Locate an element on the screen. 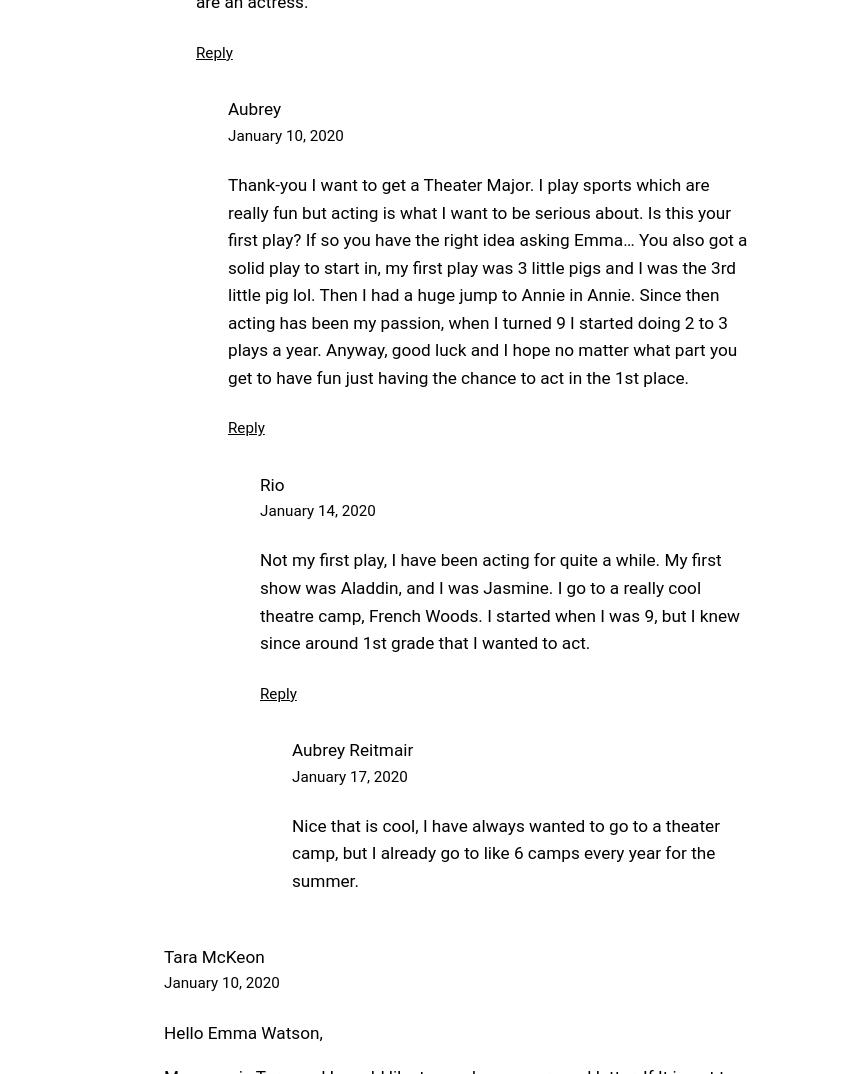  'Thank-you I want to get a Theater Major. I play sports which are really fun but acting is what I want to be serious about. Is this your first play? If so you have the right idea asking Emma… You also got a solid play to start in, my first play was 3 little pigs and I was the 3rd little pig lol. Then I had a huge jump to Annie in Annie. Since then acting has been my passion, when I turned 9 I started doing 2 to 3 plays a year. Anyway, good luck and I hope no matter what part you get to have fun just having the chance to act in the 1st place.' is located at coordinates (487, 280).